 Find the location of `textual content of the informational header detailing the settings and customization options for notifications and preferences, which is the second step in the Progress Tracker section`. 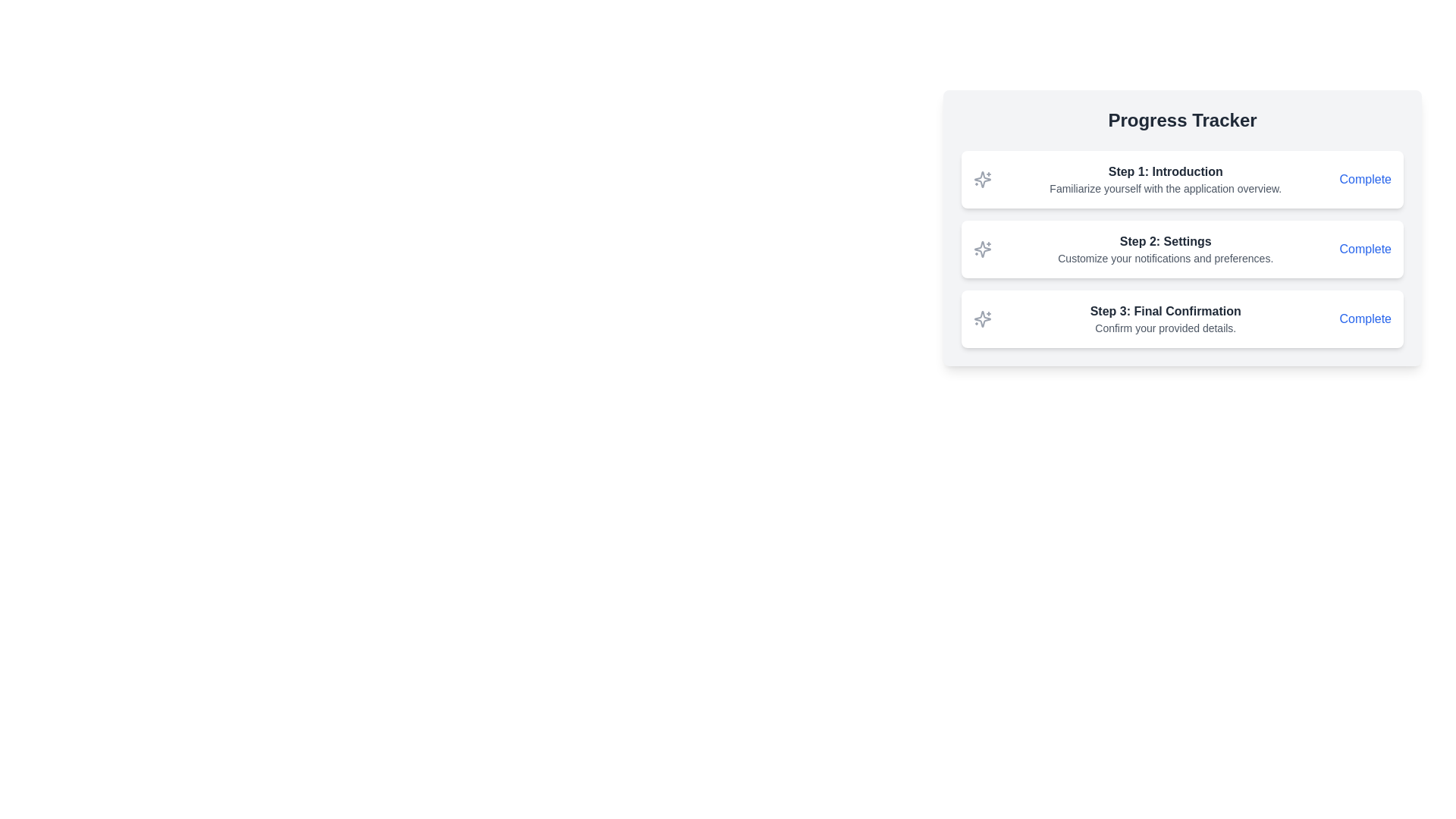

textual content of the informational header detailing the settings and customization options for notifications and preferences, which is the second step in the Progress Tracker section is located at coordinates (1165, 248).